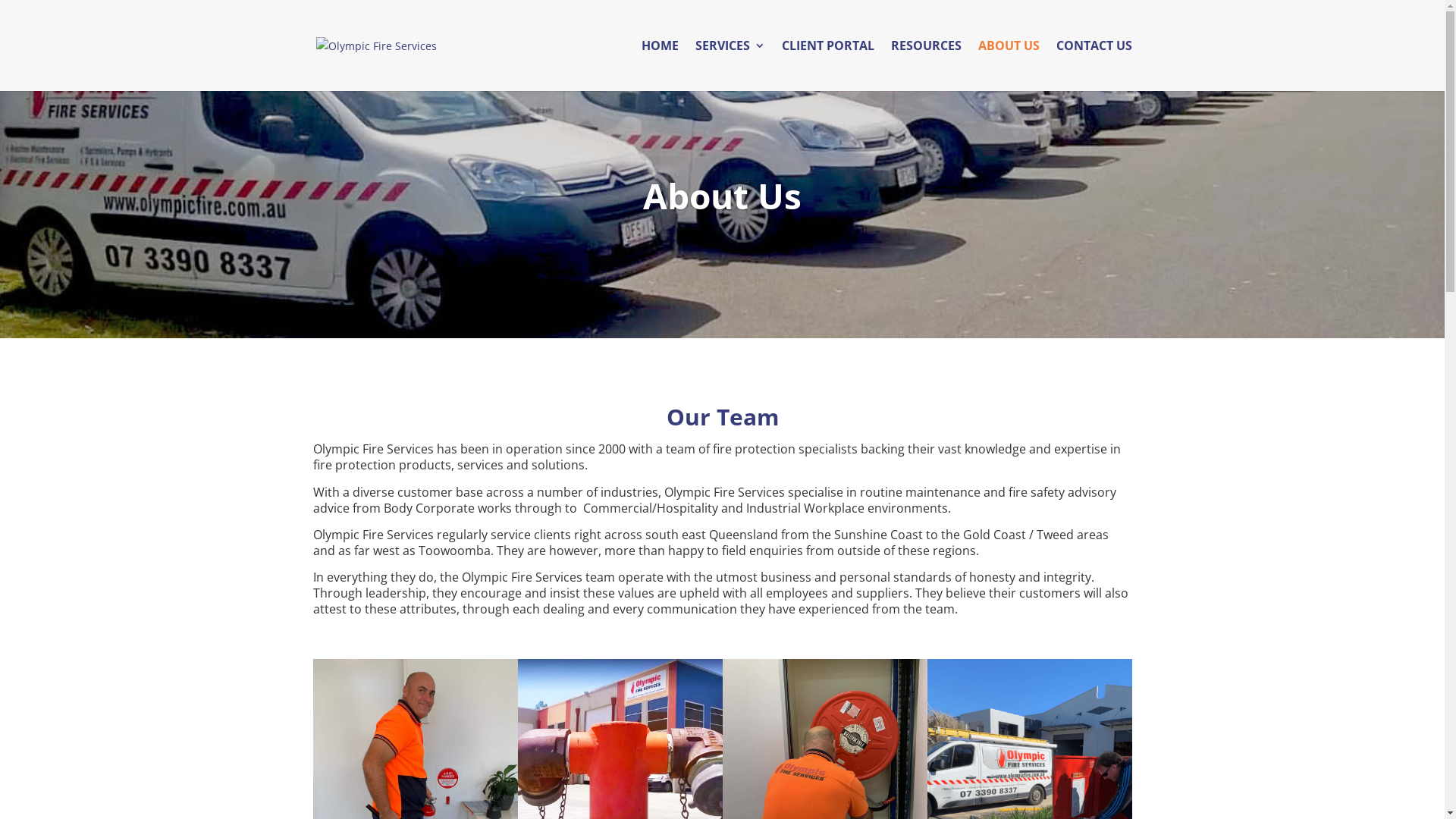  I want to click on 'HOME', so click(660, 64).